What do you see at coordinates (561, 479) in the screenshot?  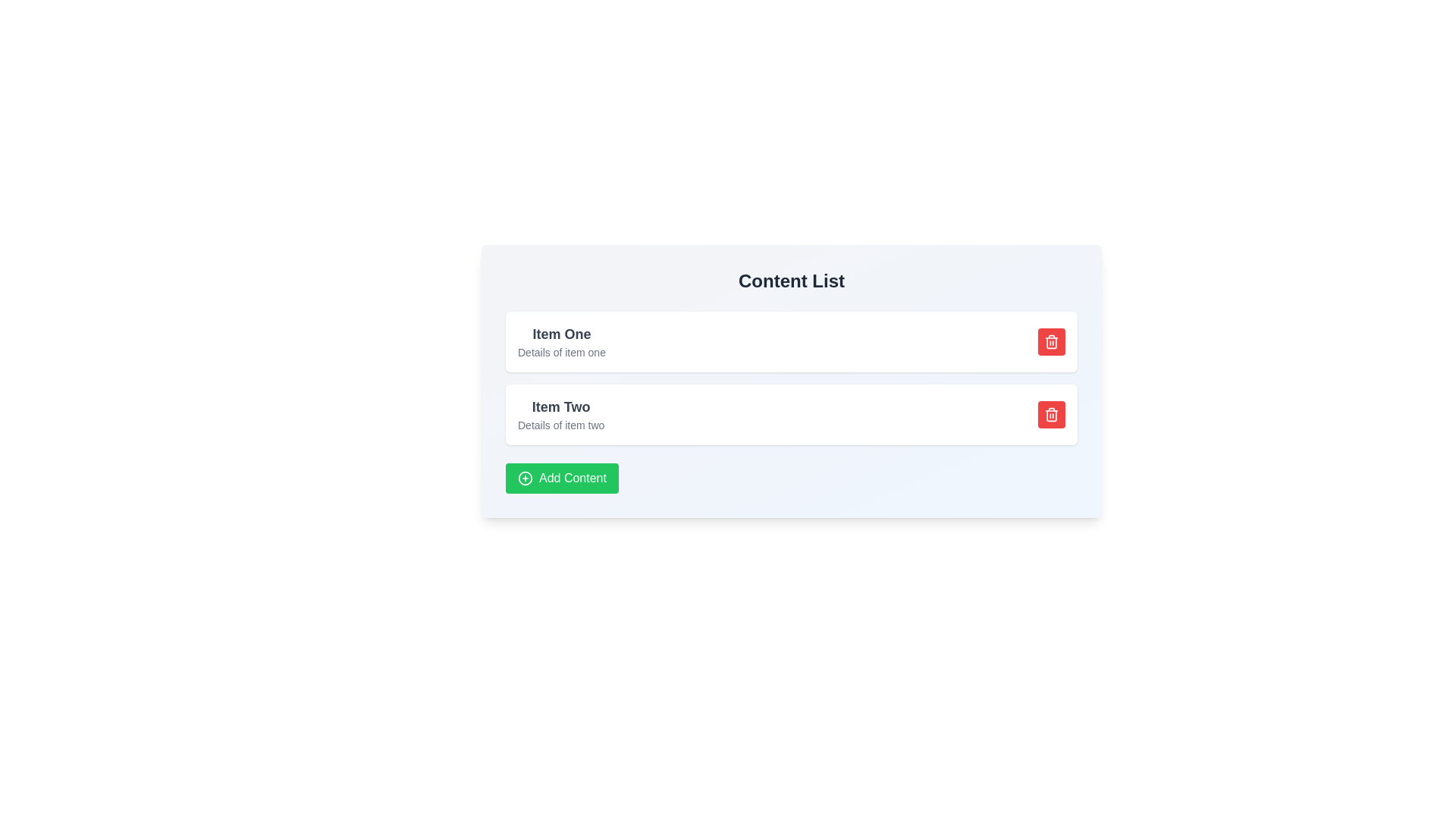 I see `the button at the bottom of the 'Content List' card` at bounding box center [561, 479].